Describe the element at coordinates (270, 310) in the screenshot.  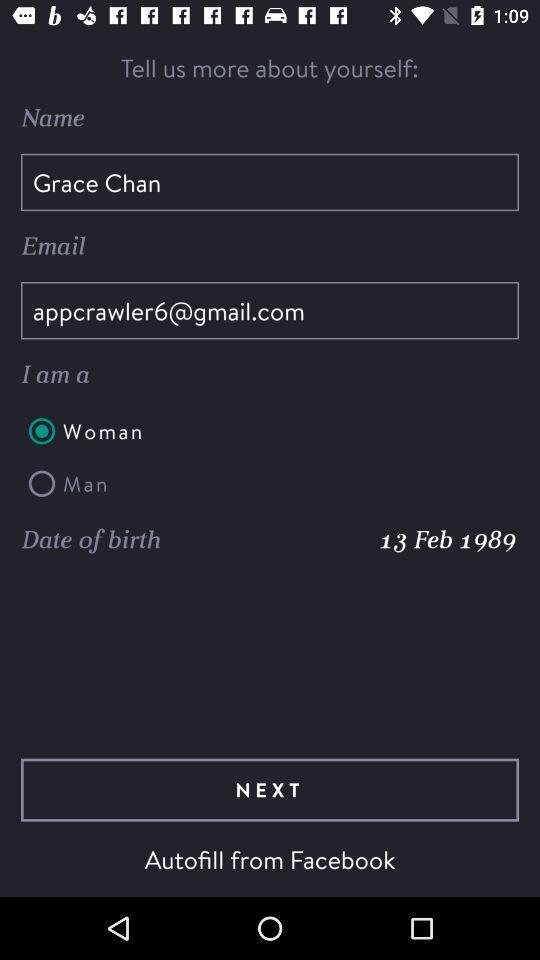
I see `icon above i am a` at that location.